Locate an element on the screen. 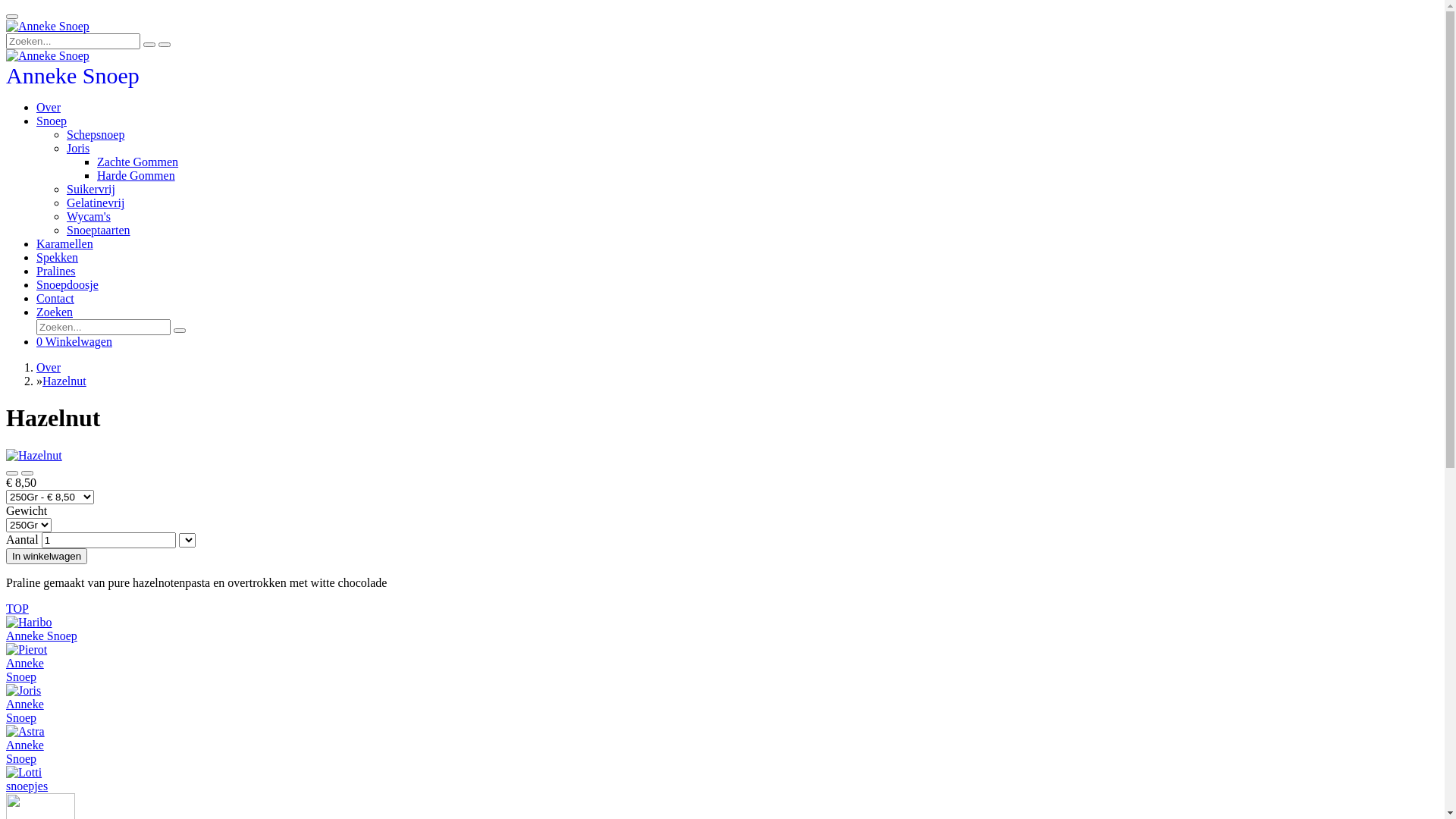  'Contact' is located at coordinates (55, 298).